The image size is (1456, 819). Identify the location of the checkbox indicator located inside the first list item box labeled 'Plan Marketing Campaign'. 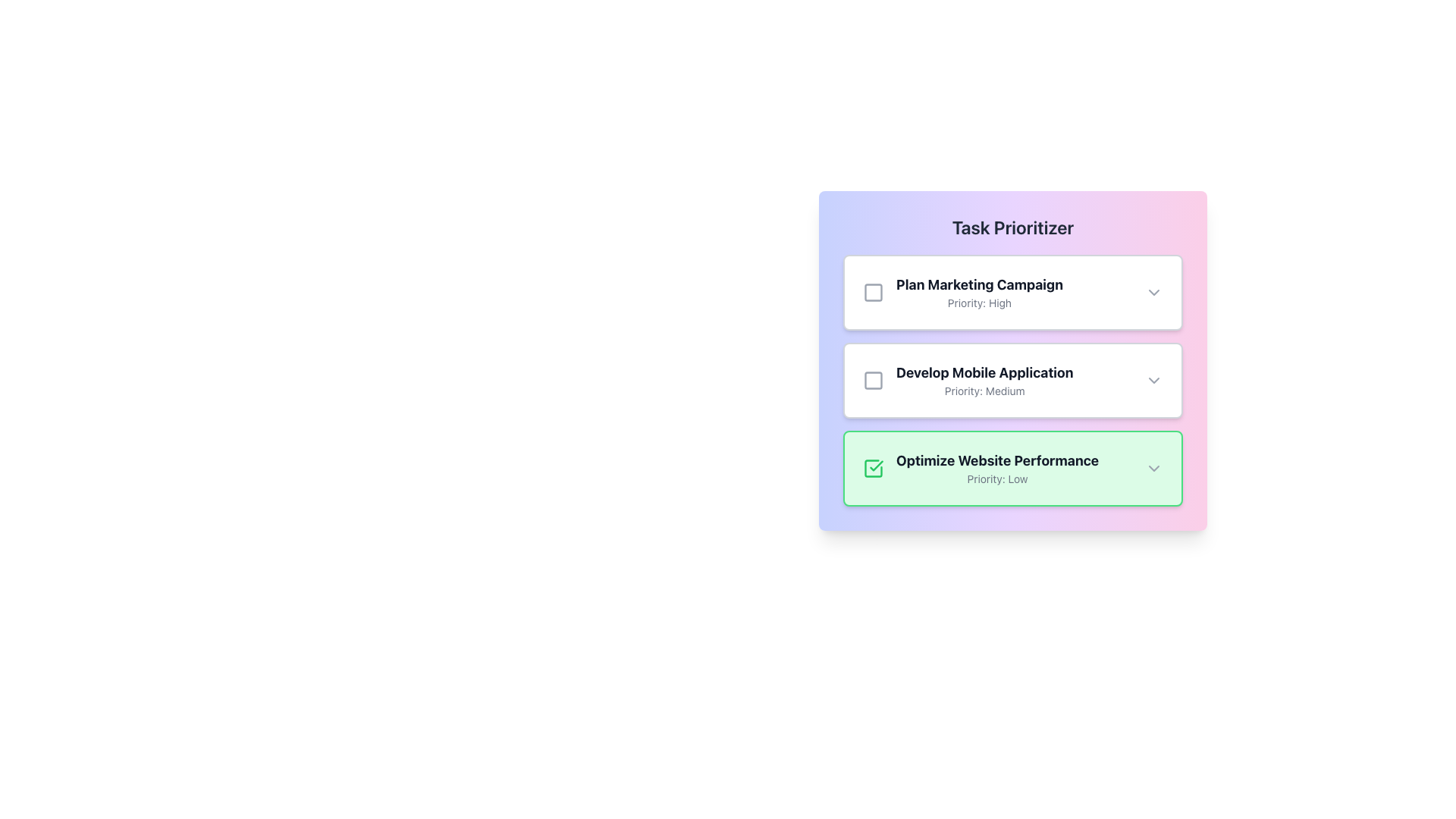
(874, 292).